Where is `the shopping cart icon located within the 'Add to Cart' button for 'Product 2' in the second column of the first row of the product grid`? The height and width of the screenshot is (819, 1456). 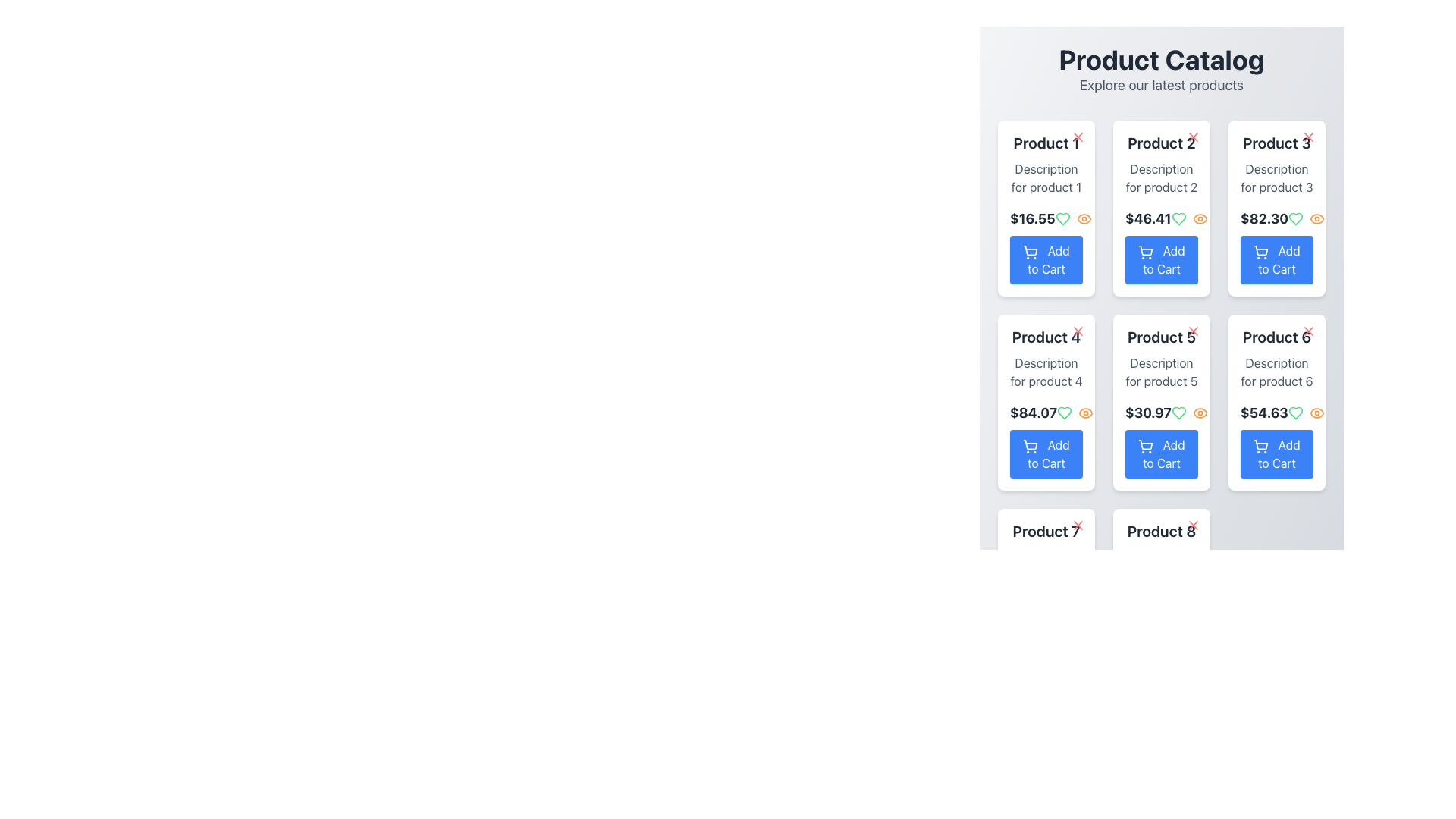 the shopping cart icon located within the 'Add to Cart' button for 'Product 2' in the second column of the first row of the product grid is located at coordinates (1146, 249).